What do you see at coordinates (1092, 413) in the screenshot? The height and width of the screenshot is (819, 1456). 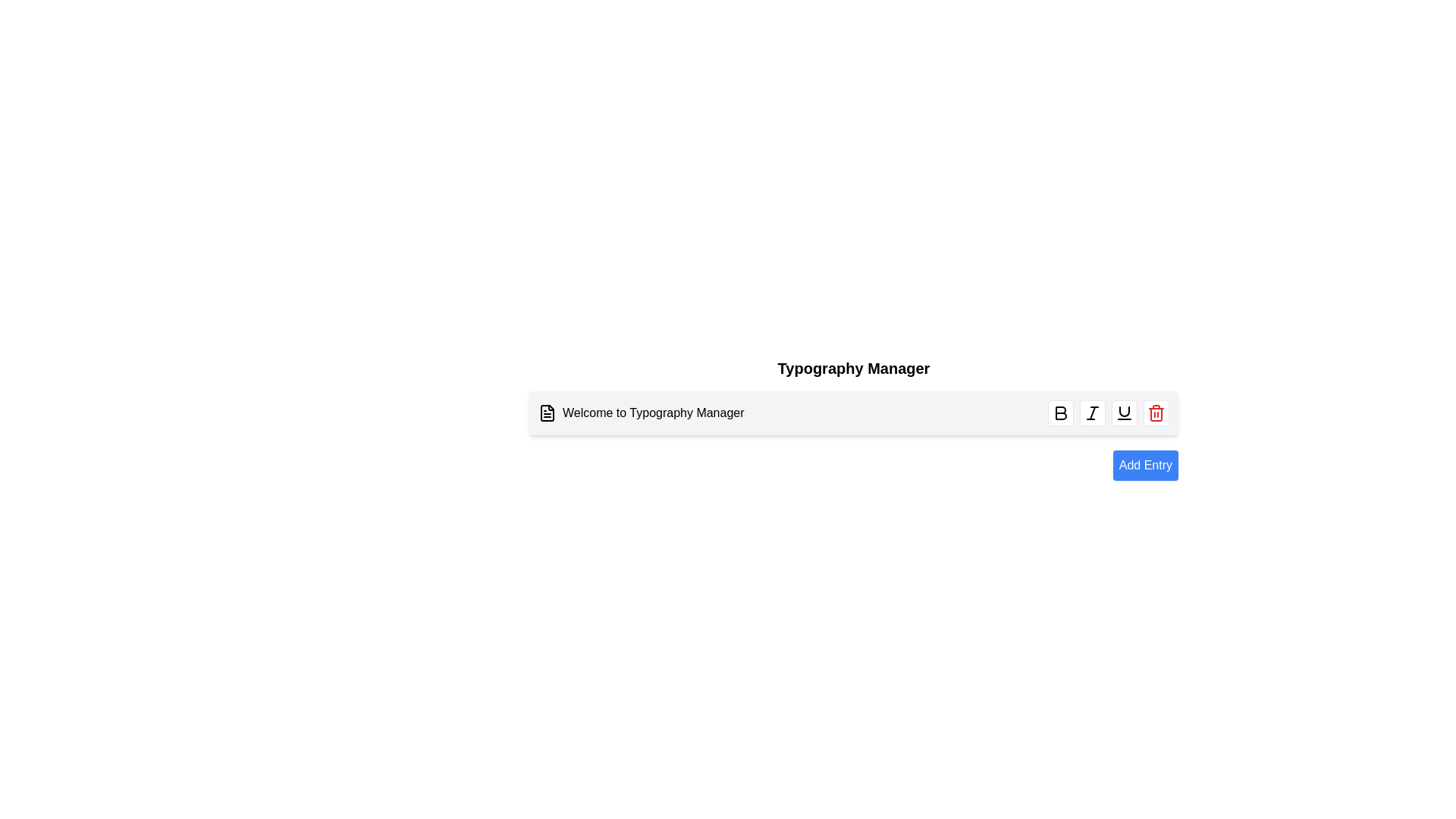 I see `the italic formatting button, which is the second icon in the formatting toolbar located below the 'Welcome to Typography Manager' text` at bounding box center [1092, 413].